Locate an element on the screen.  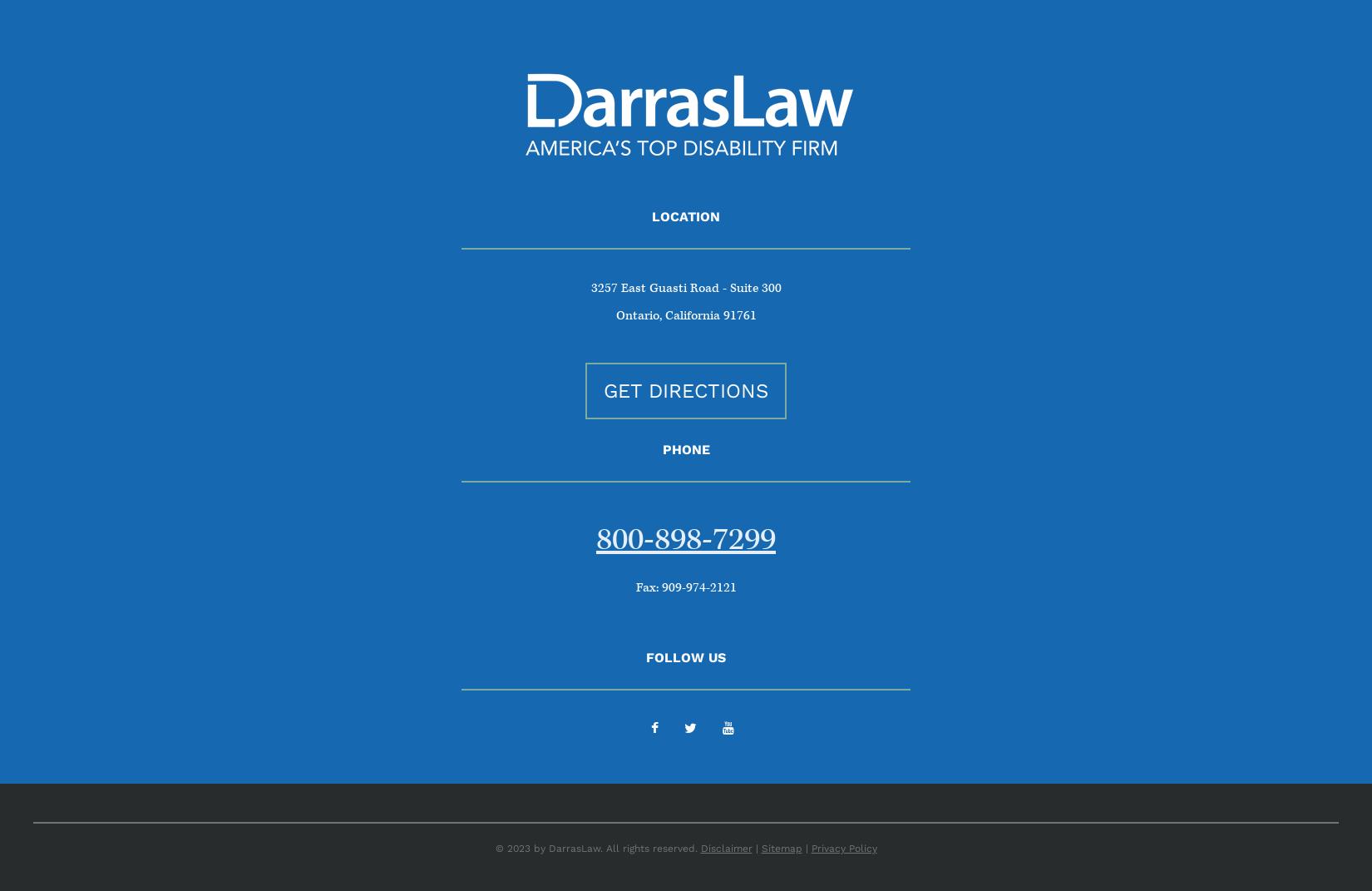
'Fax: 909-974-2121' is located at coordinates (684, 587).